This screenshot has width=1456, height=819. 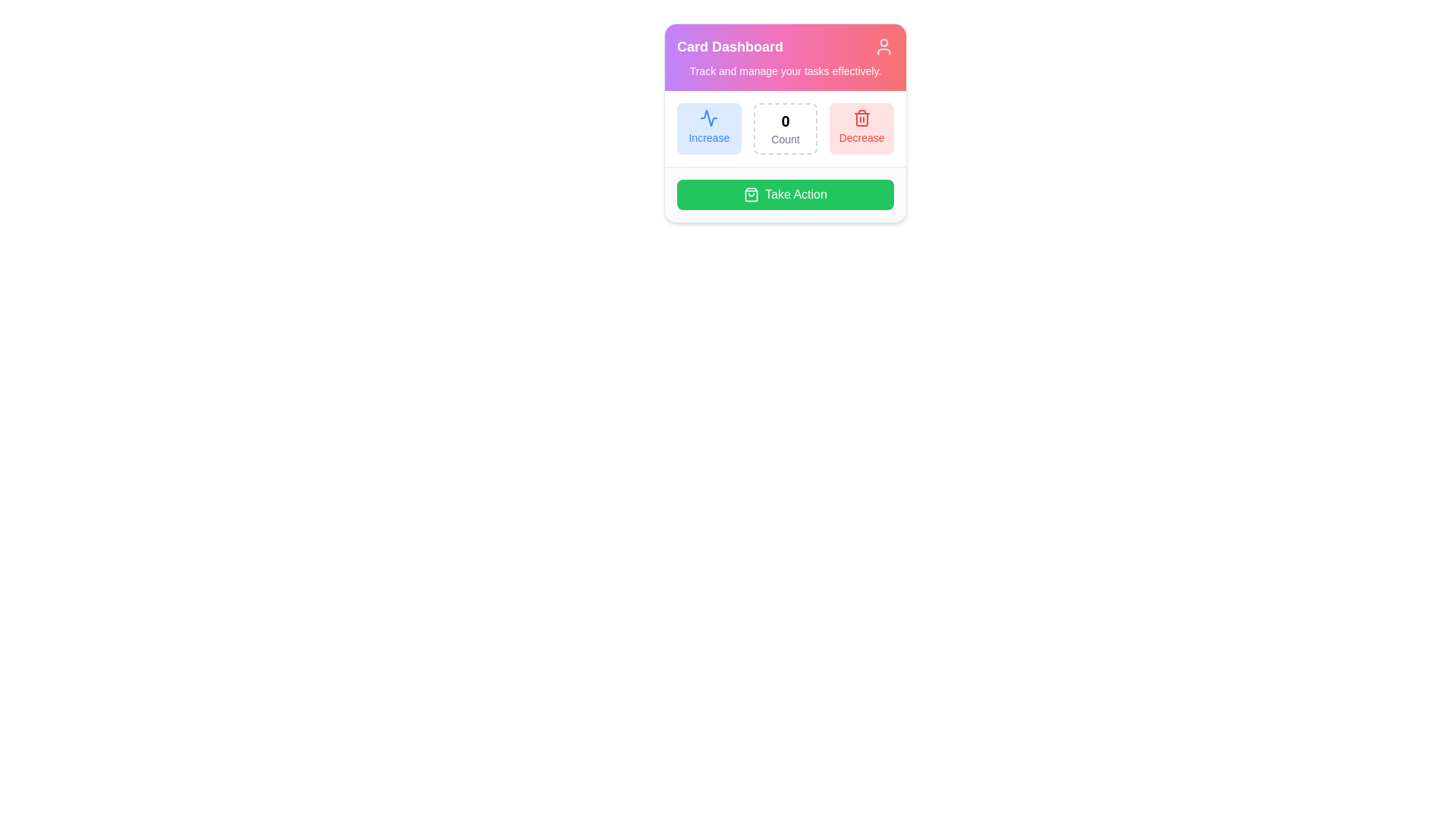 I want to click on the red rectangular button with rounded corners that displays a trash icon and the word 'Decrease' in bold text, located in the top-right corner of the grid layout, so click(x=861, y=127).